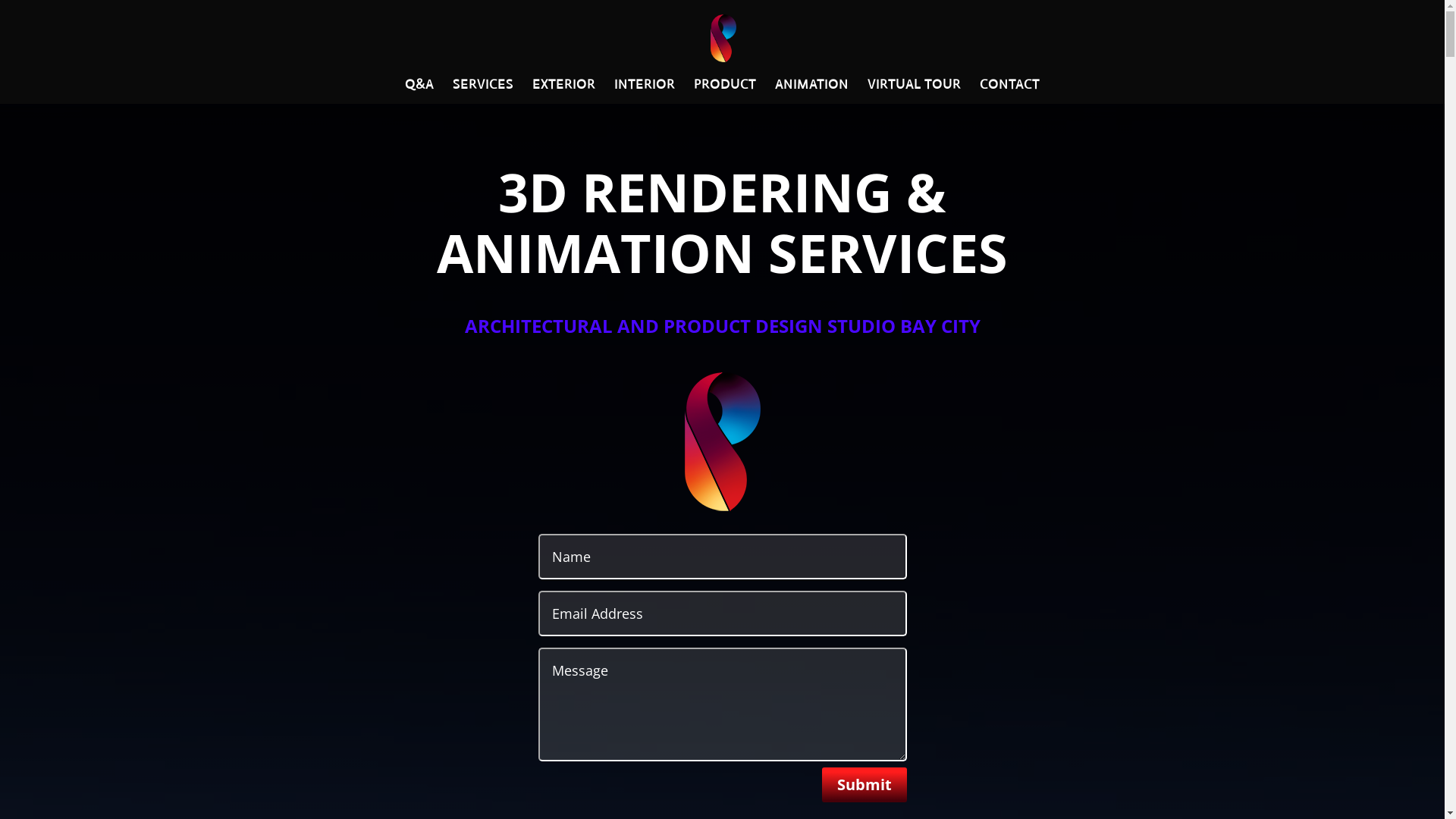  Describe the element at coordinates (419, 91) in the screenshot. I see `'Q&A'` at that location.